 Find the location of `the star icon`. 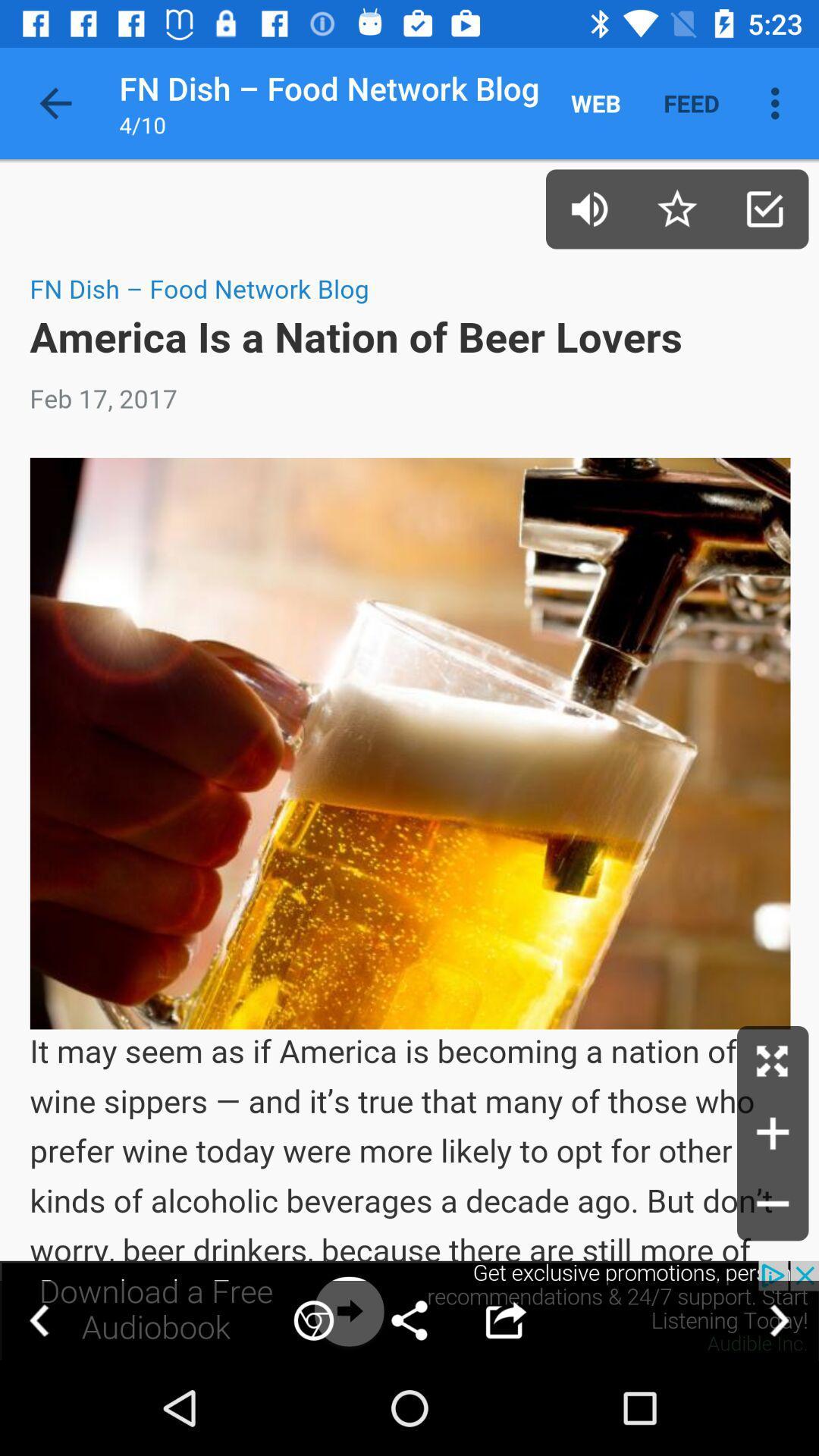

the star icon is located at coordinates (676, 208).